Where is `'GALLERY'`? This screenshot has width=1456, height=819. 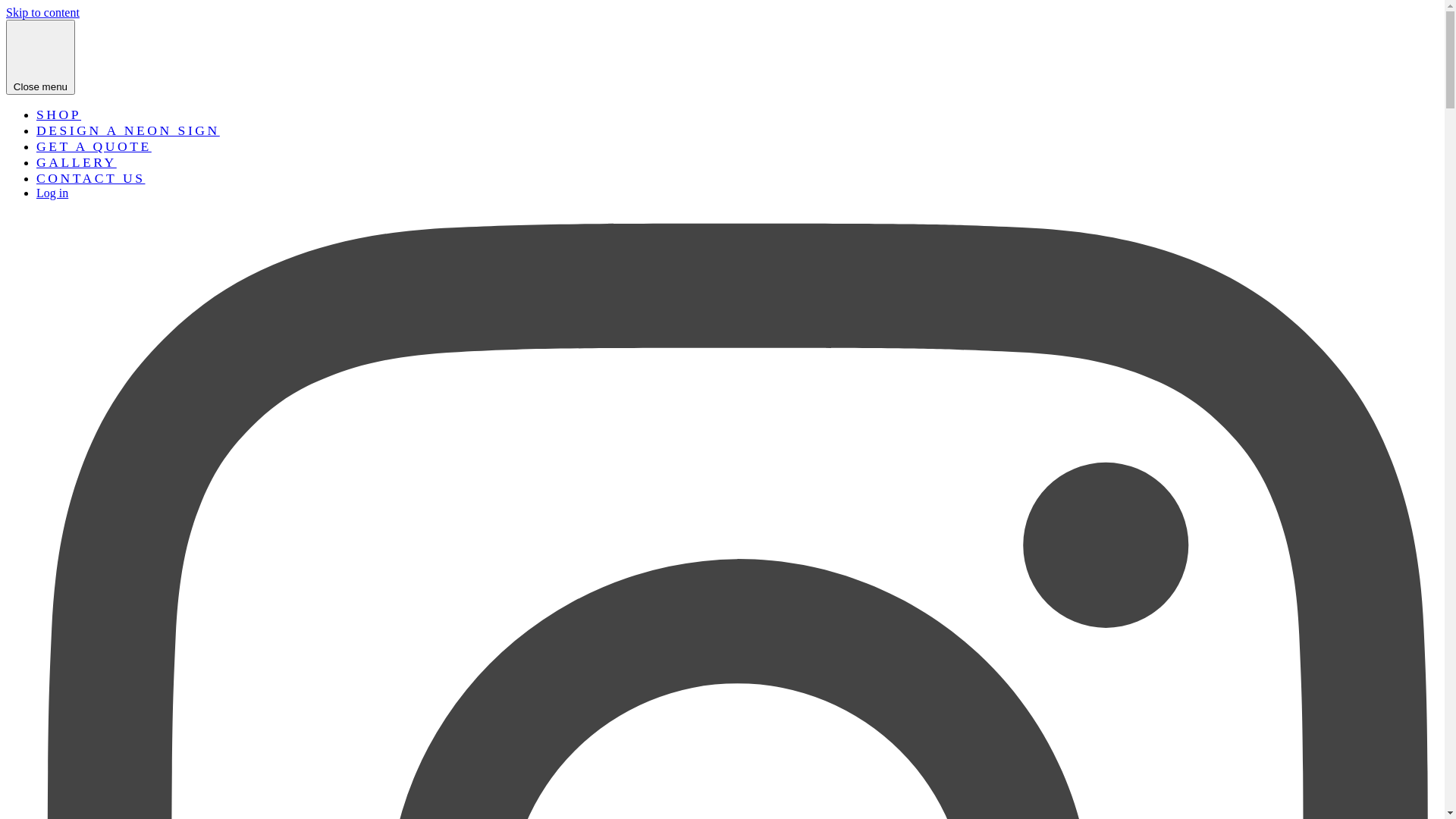 'GALLERY' is located at coordinates (75, 162).